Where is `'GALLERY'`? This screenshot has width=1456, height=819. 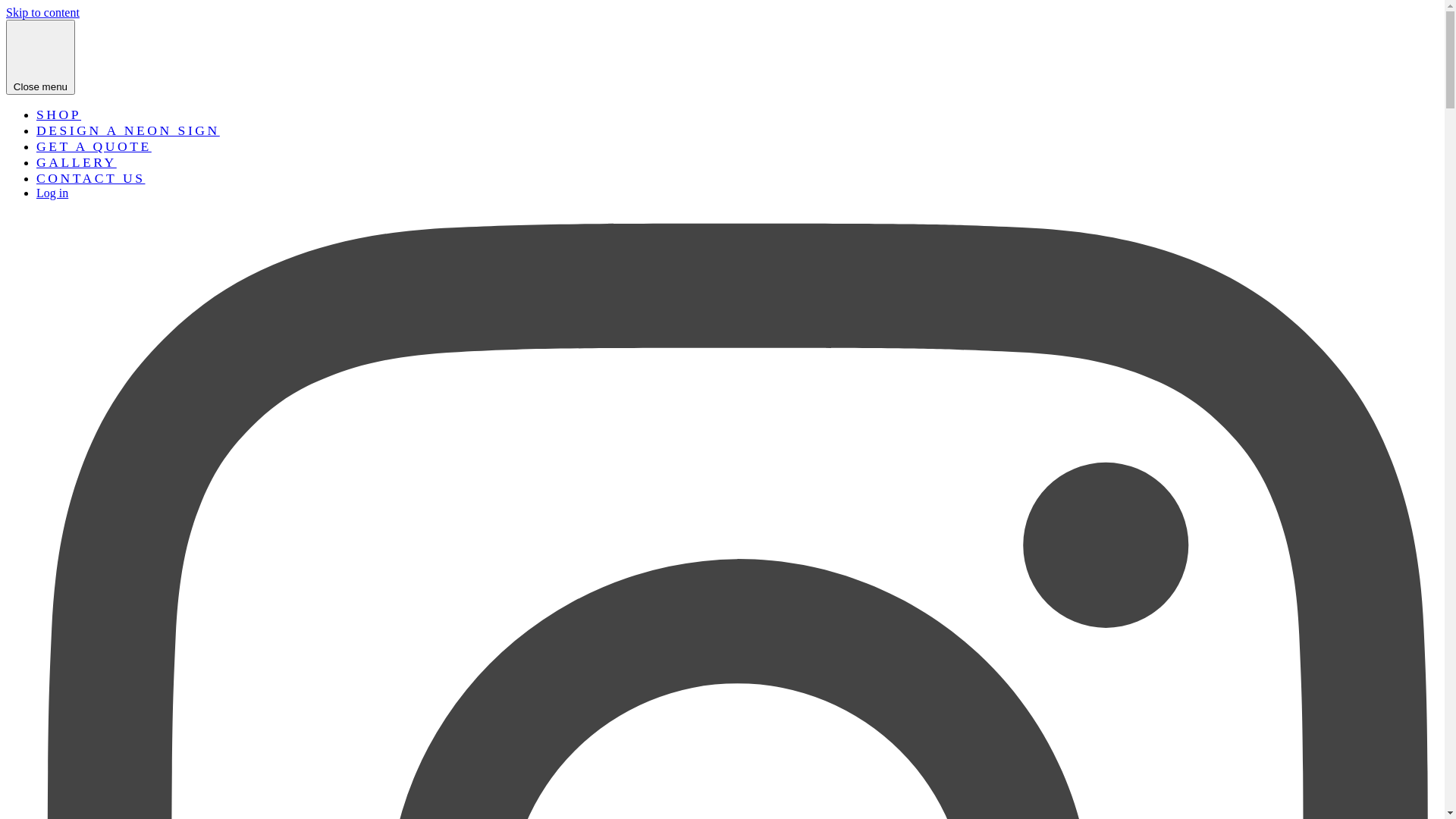 'GALLERY' is located at coordinates (75, 162).